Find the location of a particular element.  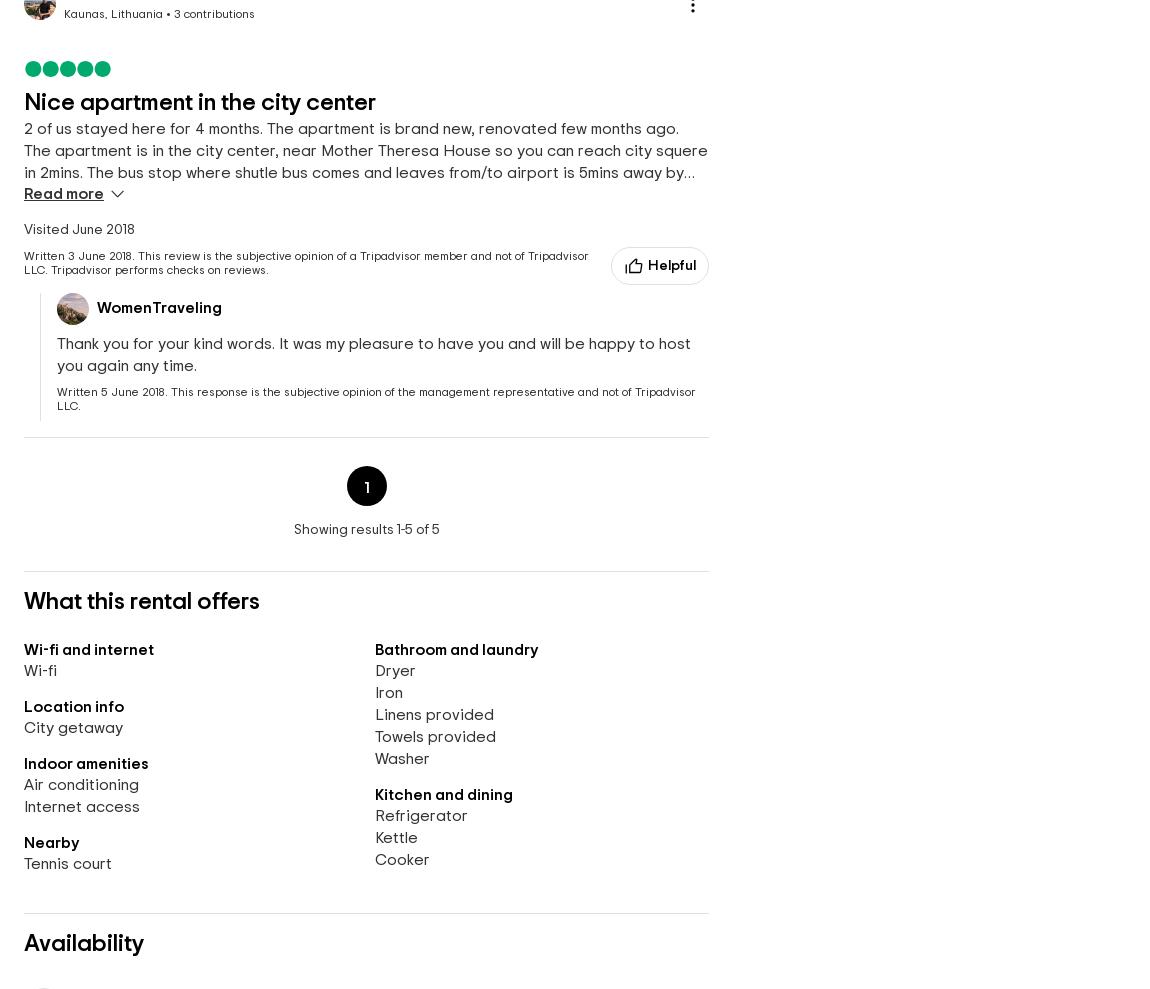

'contributions' is located at coordinates (217, 13).